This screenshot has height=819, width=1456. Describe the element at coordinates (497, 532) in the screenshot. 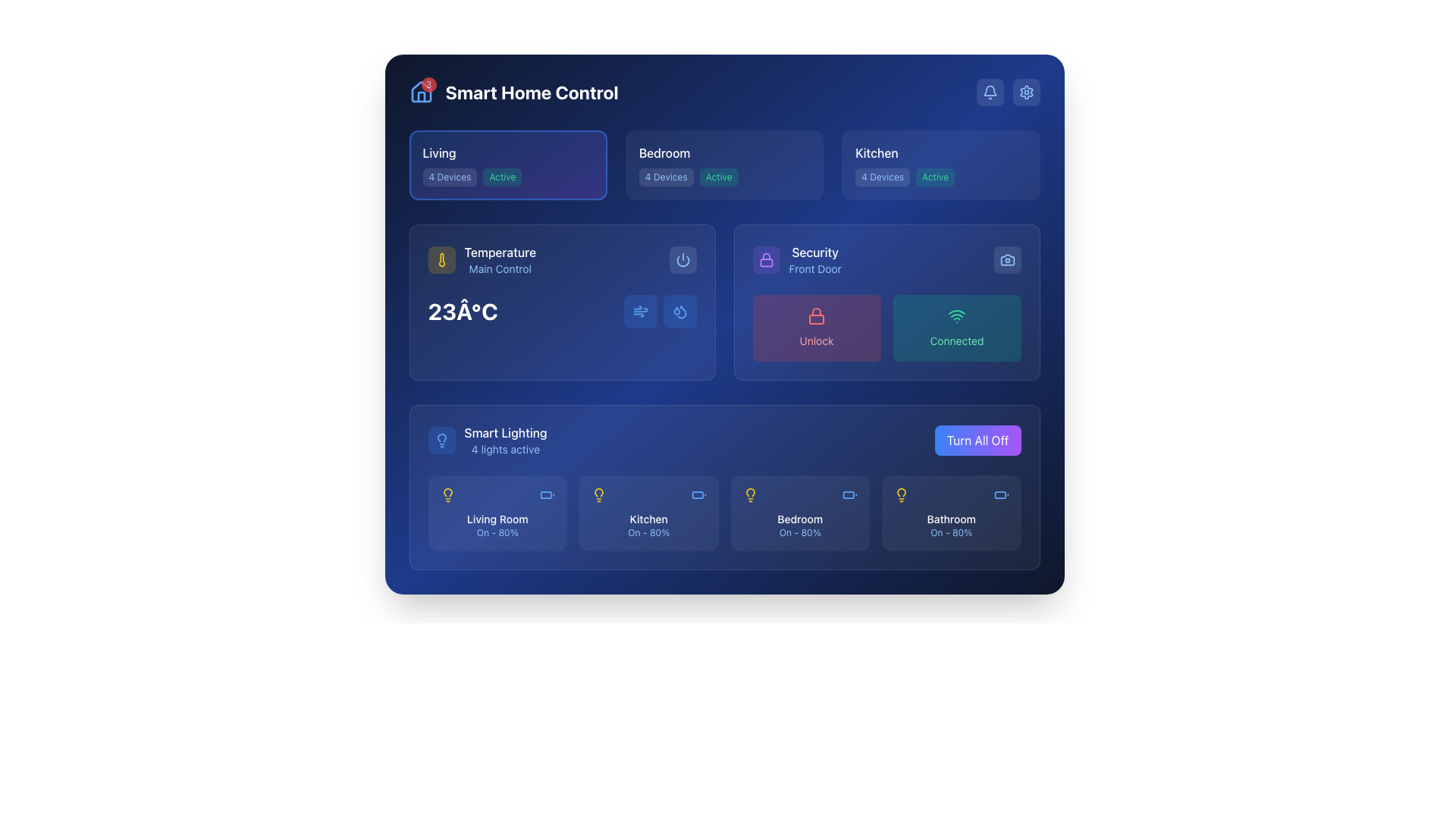

I see `the text label displaying the current operational status (On) and intensity (80%) of the lighting in the Living Room, located at the bottom of the card labeled 'Living Room' in the Smart Lighting section` at that location.